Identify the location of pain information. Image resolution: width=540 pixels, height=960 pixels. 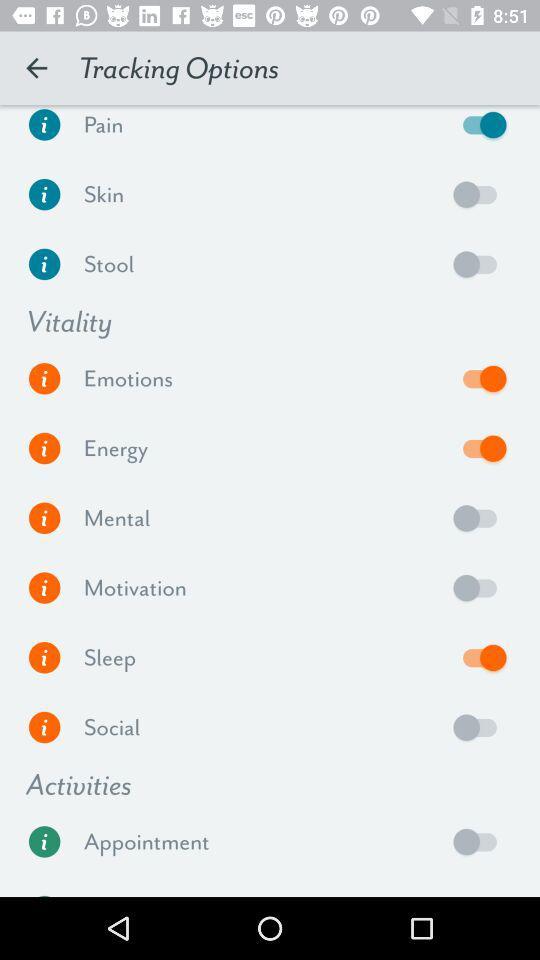
(44, 129).